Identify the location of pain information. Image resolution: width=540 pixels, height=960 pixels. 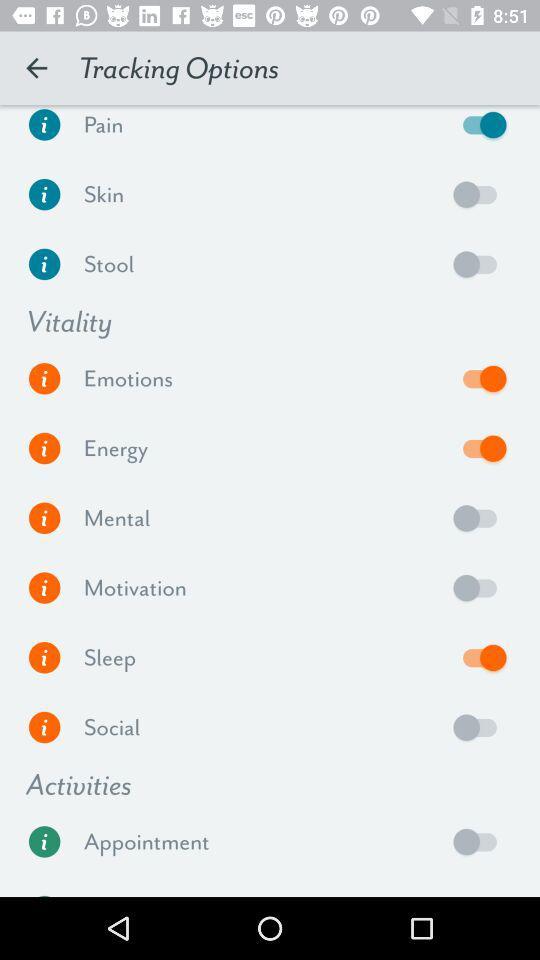
(44, 129).